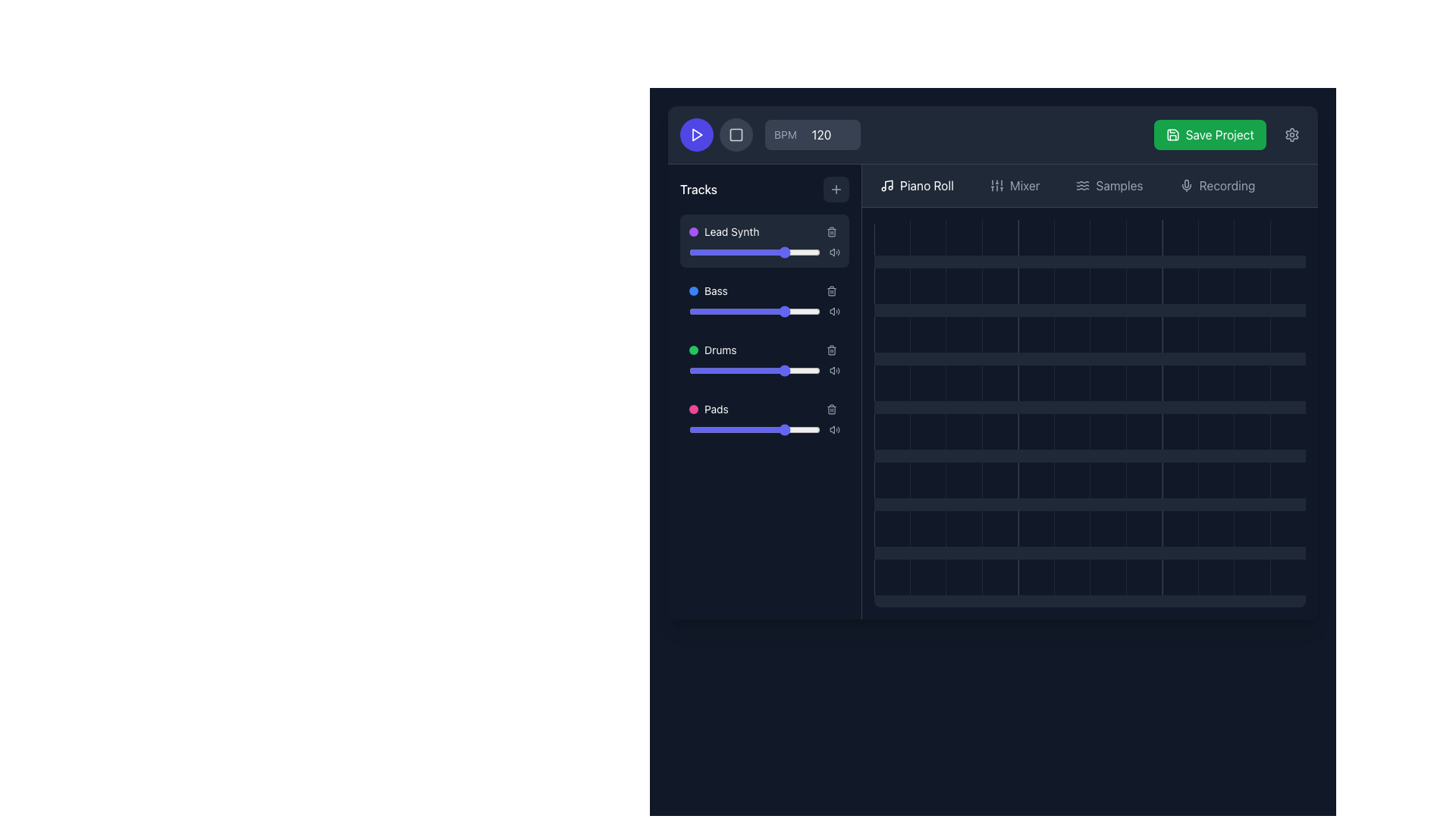  I want to click on the interactive grid cell located, so click(1179, 334).